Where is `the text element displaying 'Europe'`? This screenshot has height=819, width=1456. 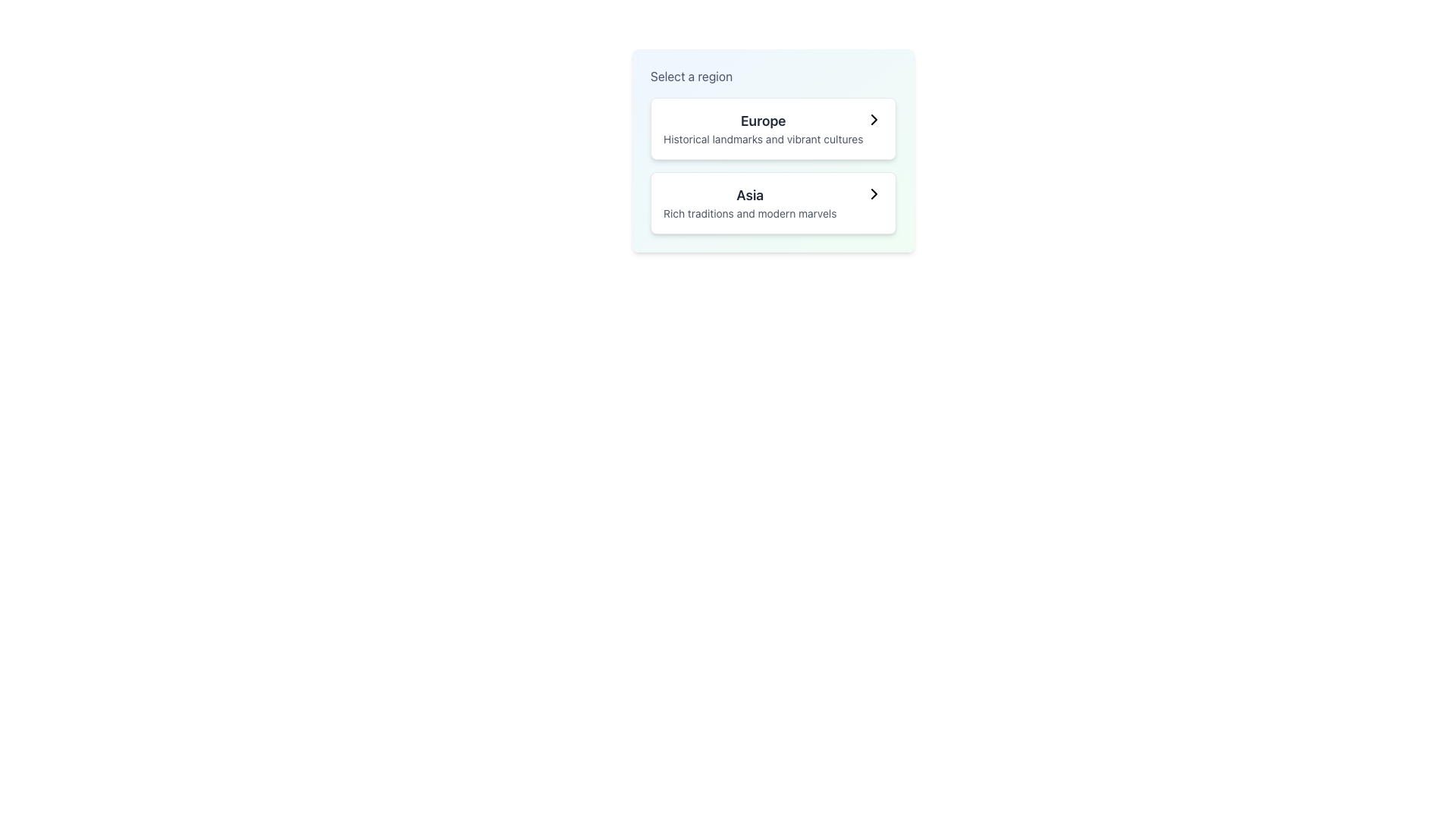
the text element displaying 'Europe' is located at coordinates (763, 127).